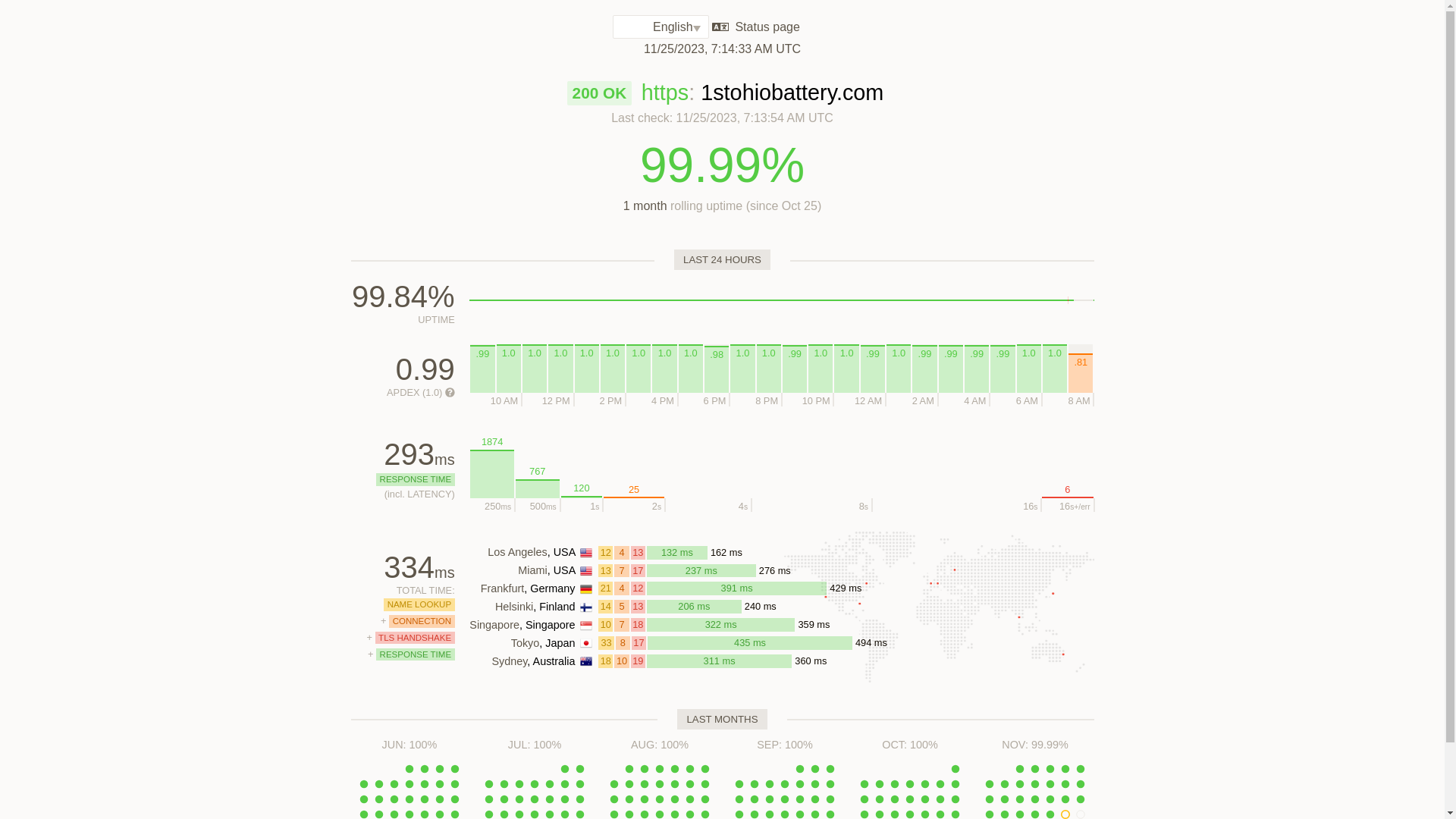  Describe the element at coordinates (394, 798) in the screenshot. I see `'<small>Jun 14:</small> No downtime'` at that location.